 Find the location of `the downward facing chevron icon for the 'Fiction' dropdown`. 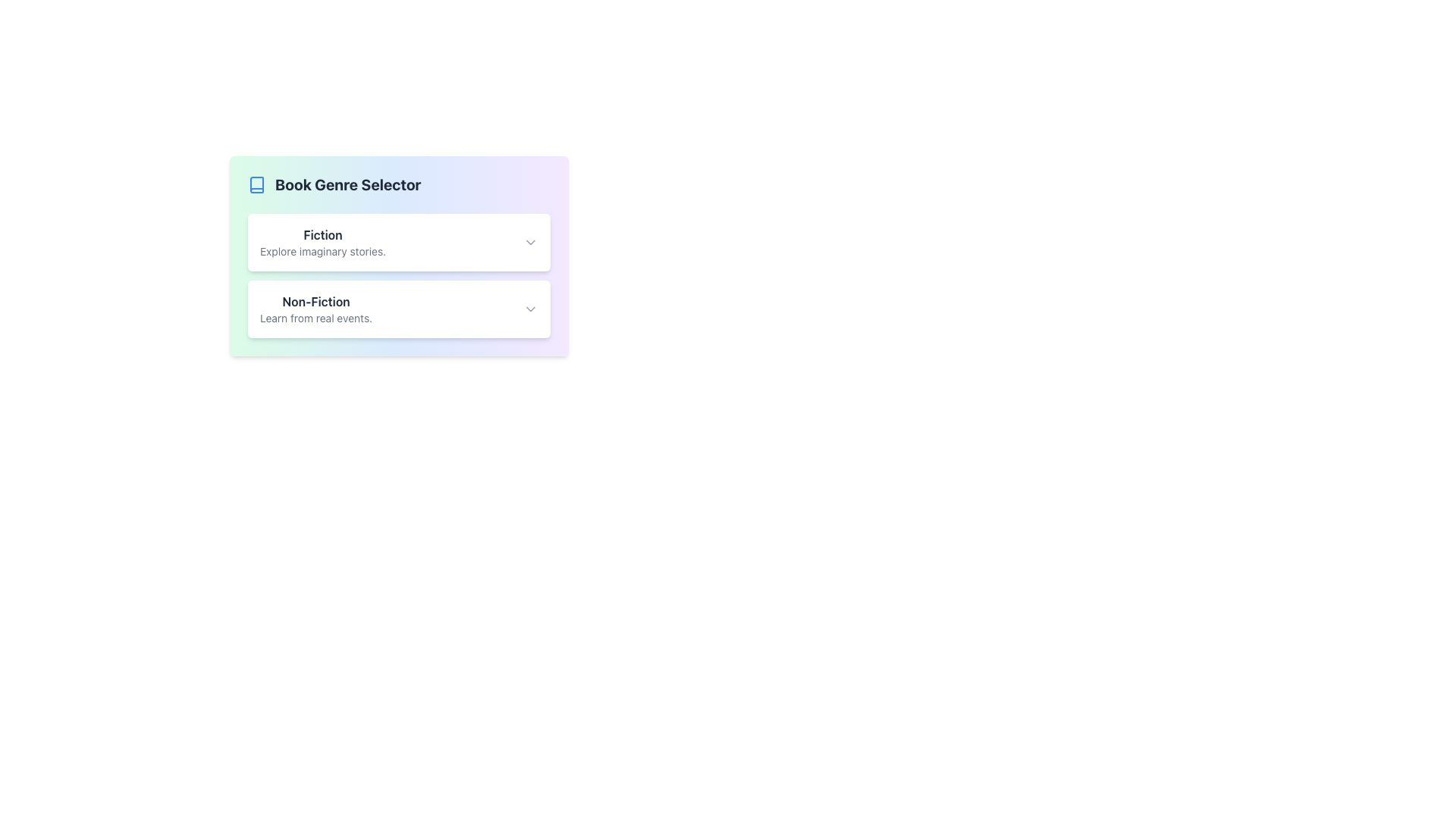

the downward facing chevron icon for the 'Fiction' dropdown is located at coordinates (531, 242).